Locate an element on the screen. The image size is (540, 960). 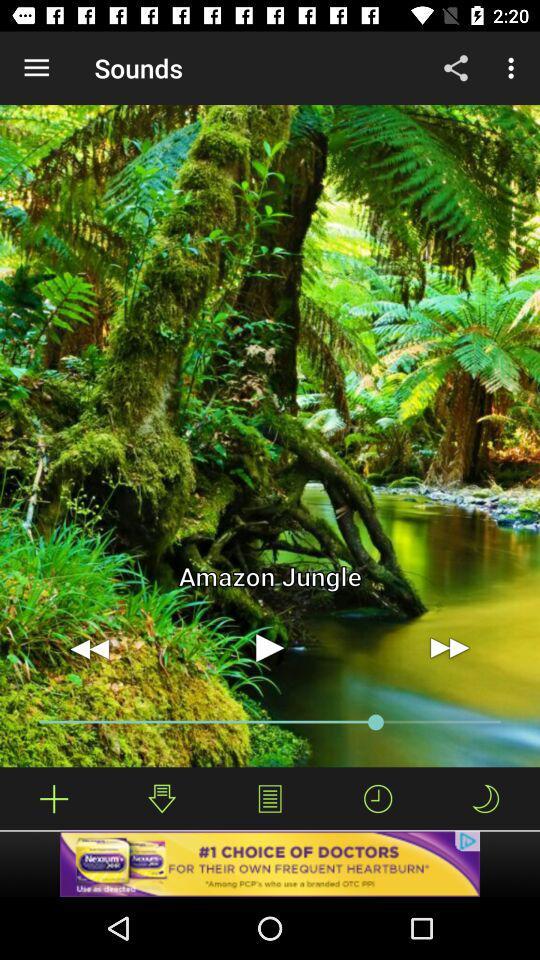
blink option is located at coordinates (484, 798).